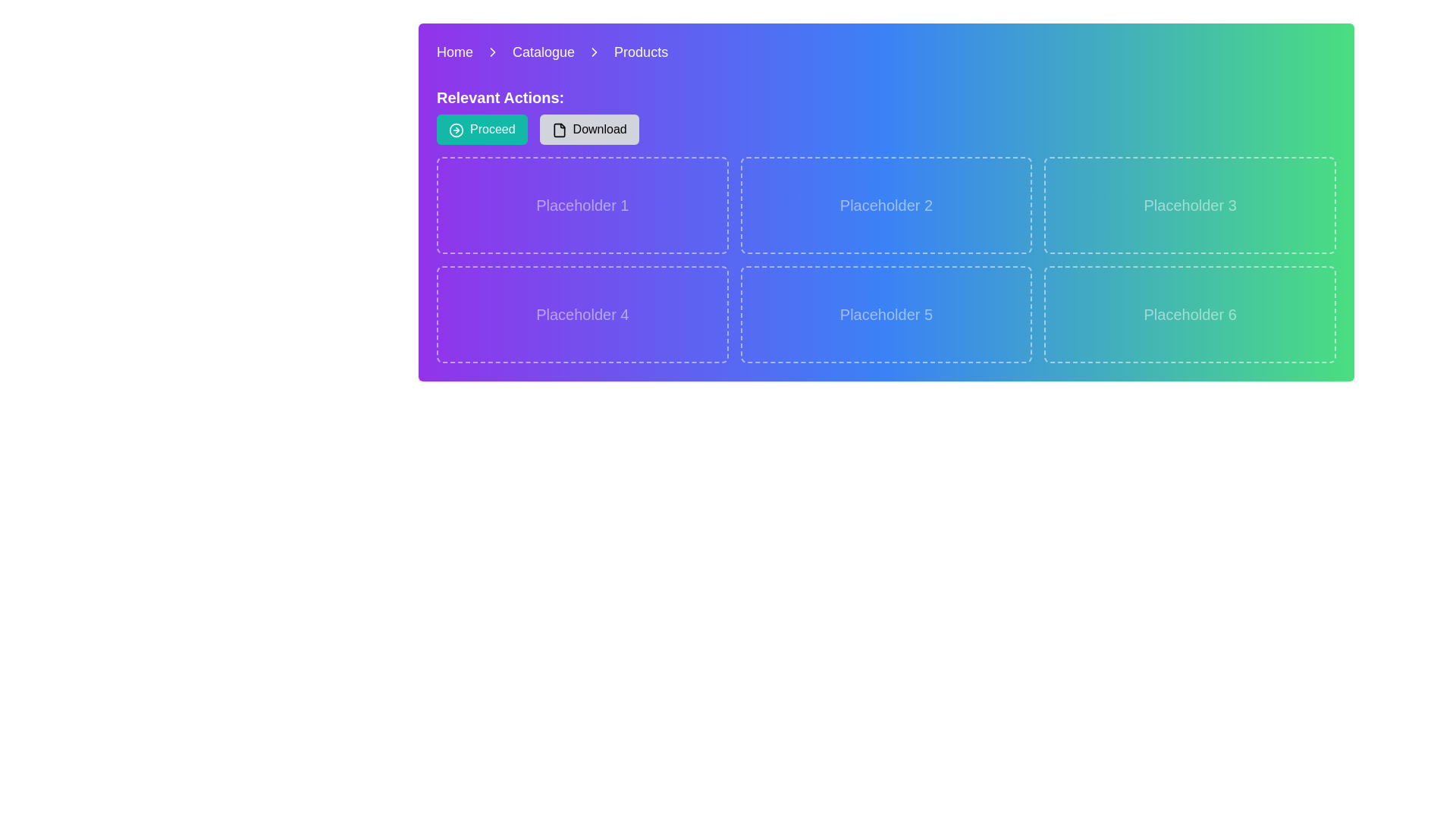 The height and width of the screenshot is (819, 1456). Describe the element at coordinates (582, 314) in the screenshot. I see `the placeholder box located in the first column of the second row of the grid structure, which serves as a visual indicator or space for content` at that location.